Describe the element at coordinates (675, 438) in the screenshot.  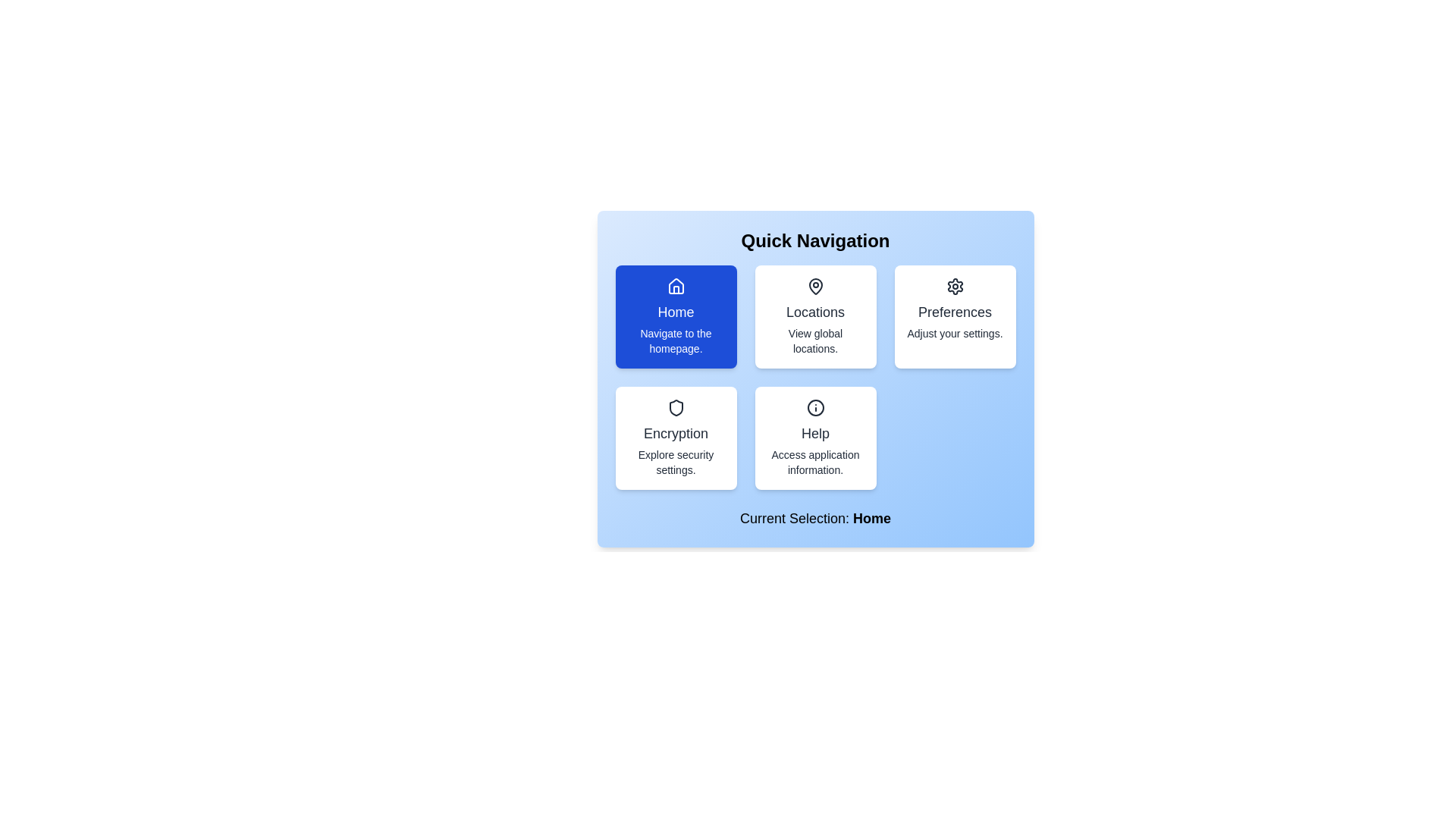
I see `the navigation option Encryption` at that location.